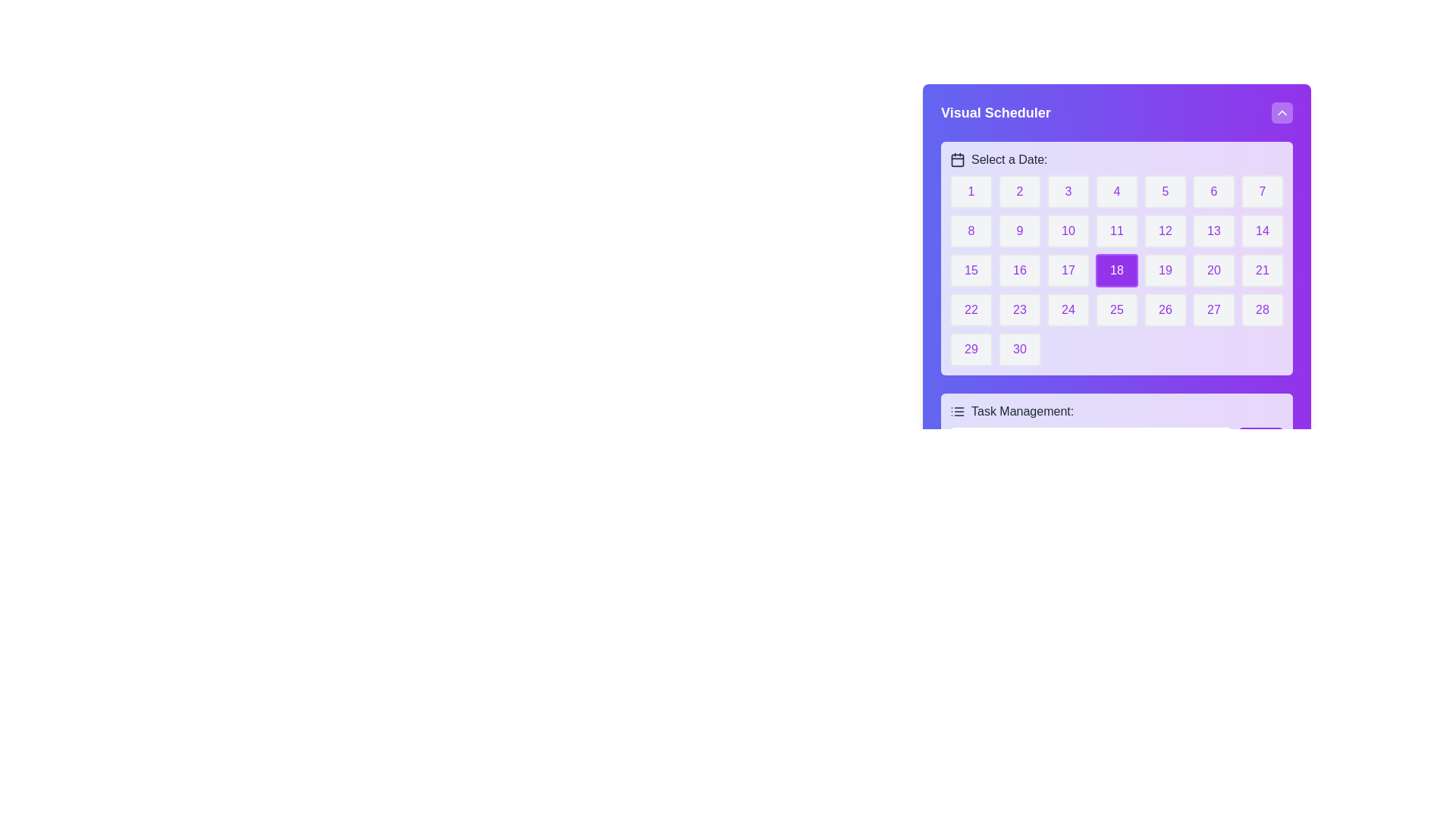 This screenshot has height=819, width=1456. I want to click on the selectable calendar date '6' within the calendar grid, so click(1214, 191).